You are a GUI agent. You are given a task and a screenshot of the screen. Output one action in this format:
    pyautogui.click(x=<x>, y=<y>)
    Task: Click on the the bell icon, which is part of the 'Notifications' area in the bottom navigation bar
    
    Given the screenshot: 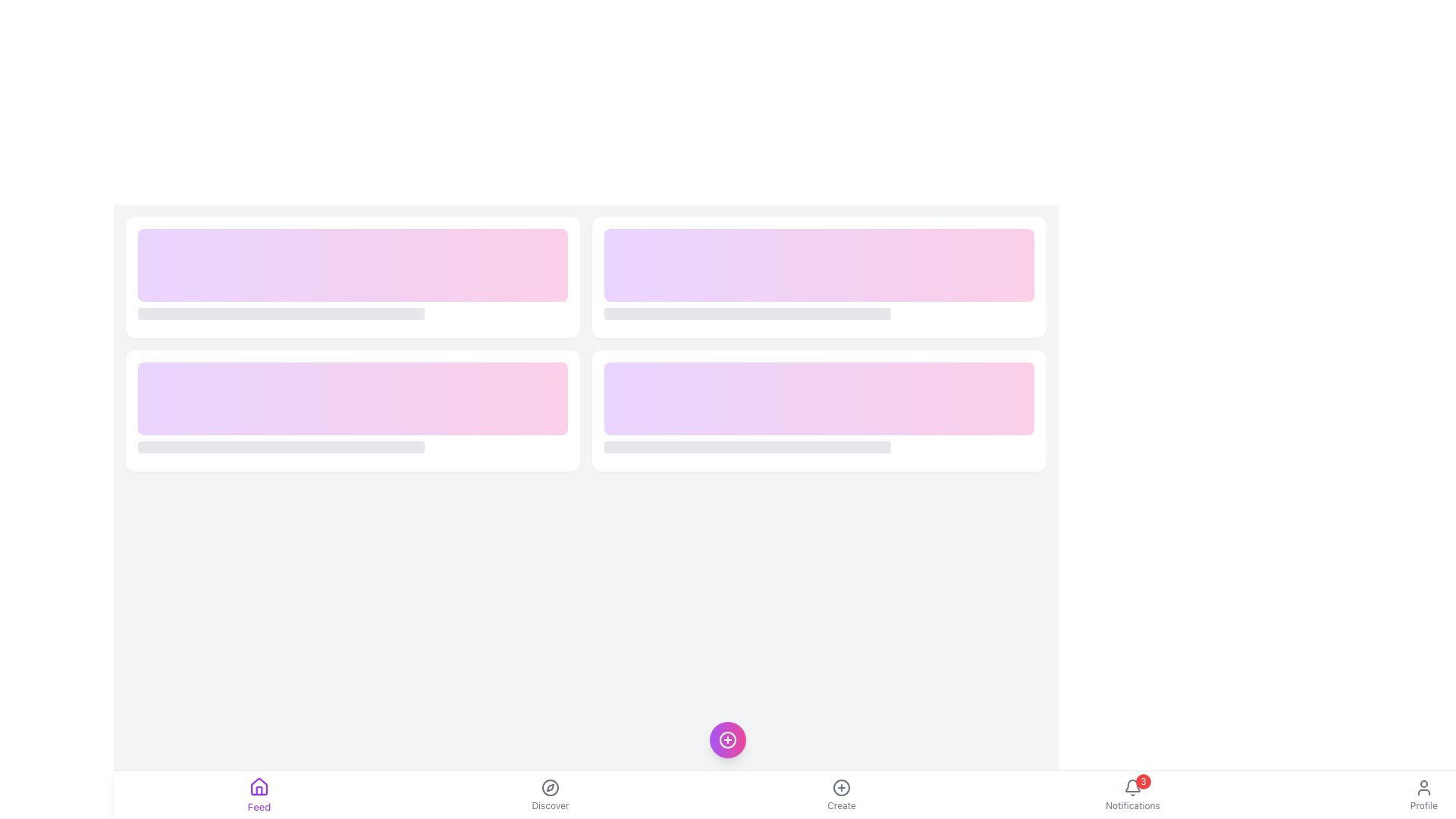 What is the action you would take?
    pyautogui.click(x=1132, y=786)
    